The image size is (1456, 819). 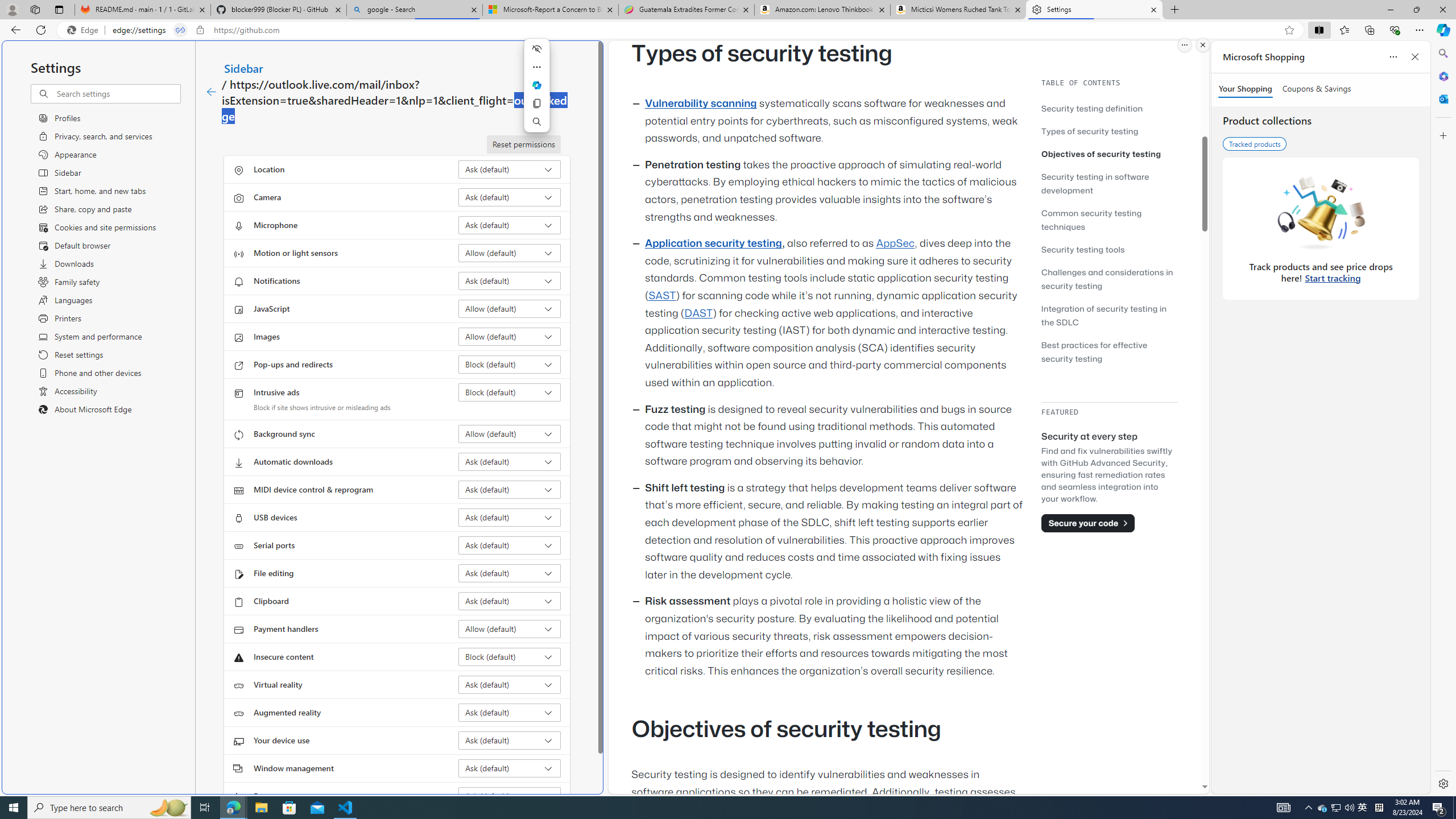 What do you see at coordinates (700, 103) in the screenshot?
I see `'Vulnerability scanning'` at bounding box center [700, 103].